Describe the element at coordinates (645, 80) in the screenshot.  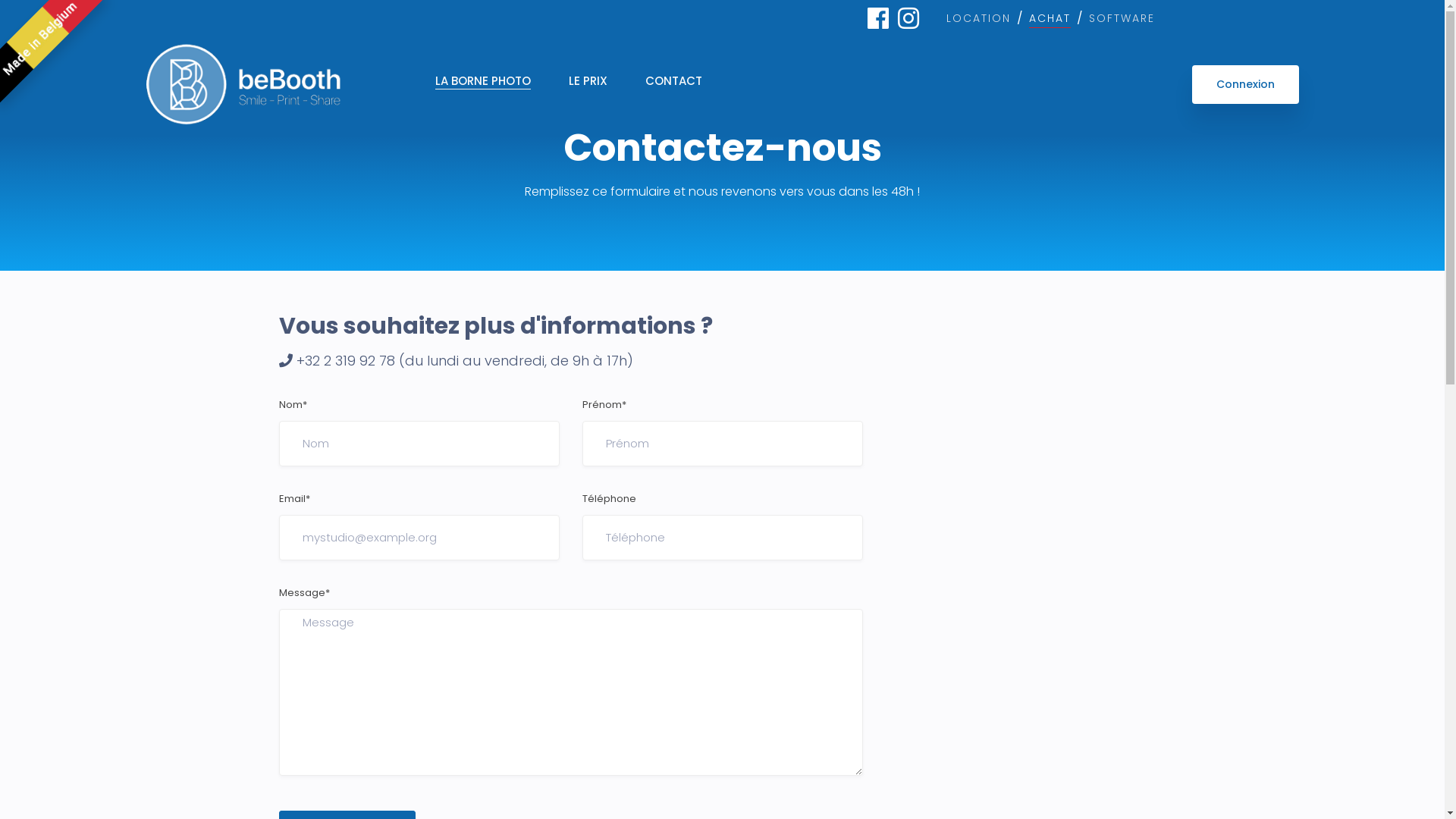
I see `'CONTACT'` at that location.